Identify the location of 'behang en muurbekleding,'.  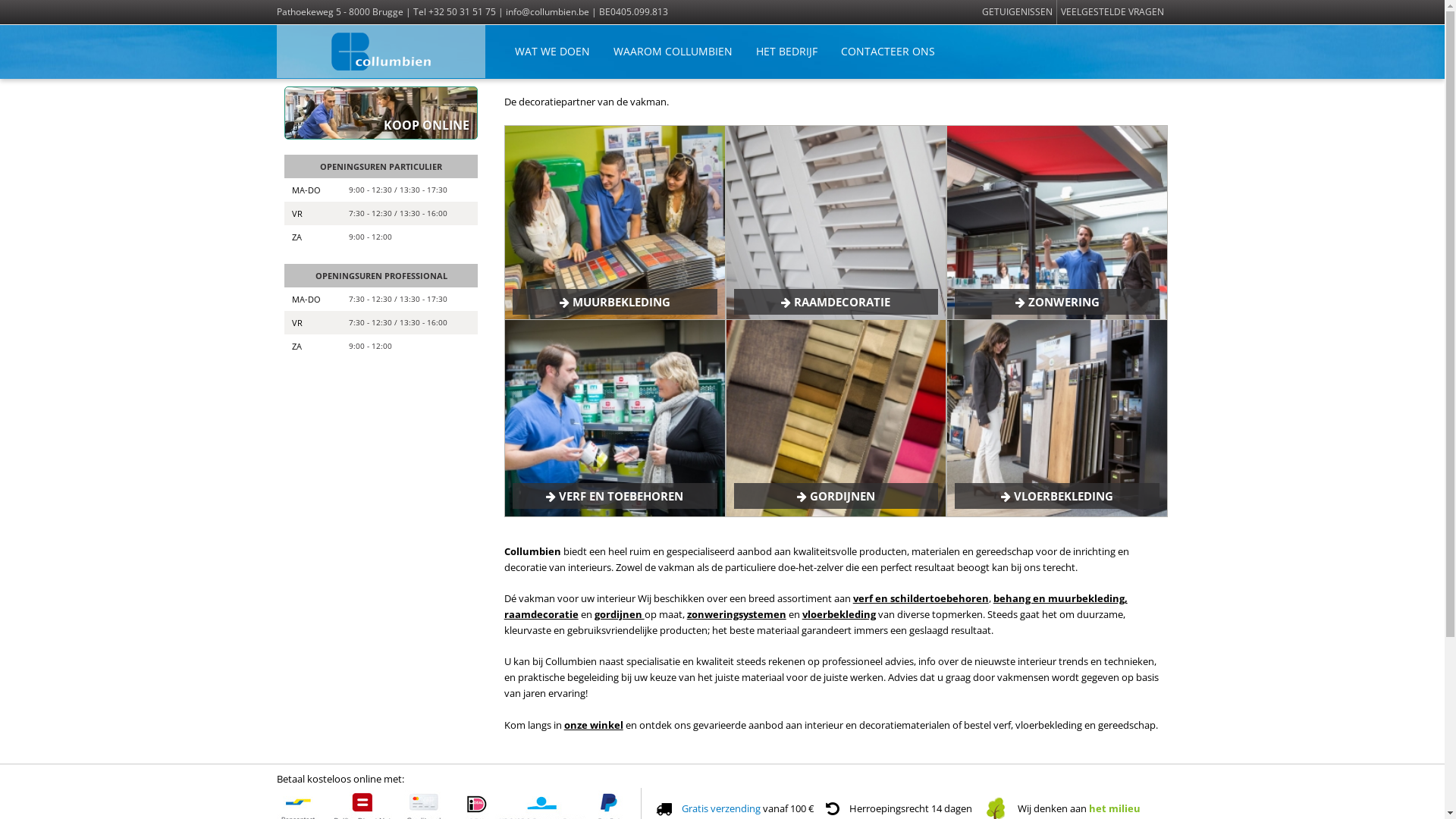
(1059, 598).